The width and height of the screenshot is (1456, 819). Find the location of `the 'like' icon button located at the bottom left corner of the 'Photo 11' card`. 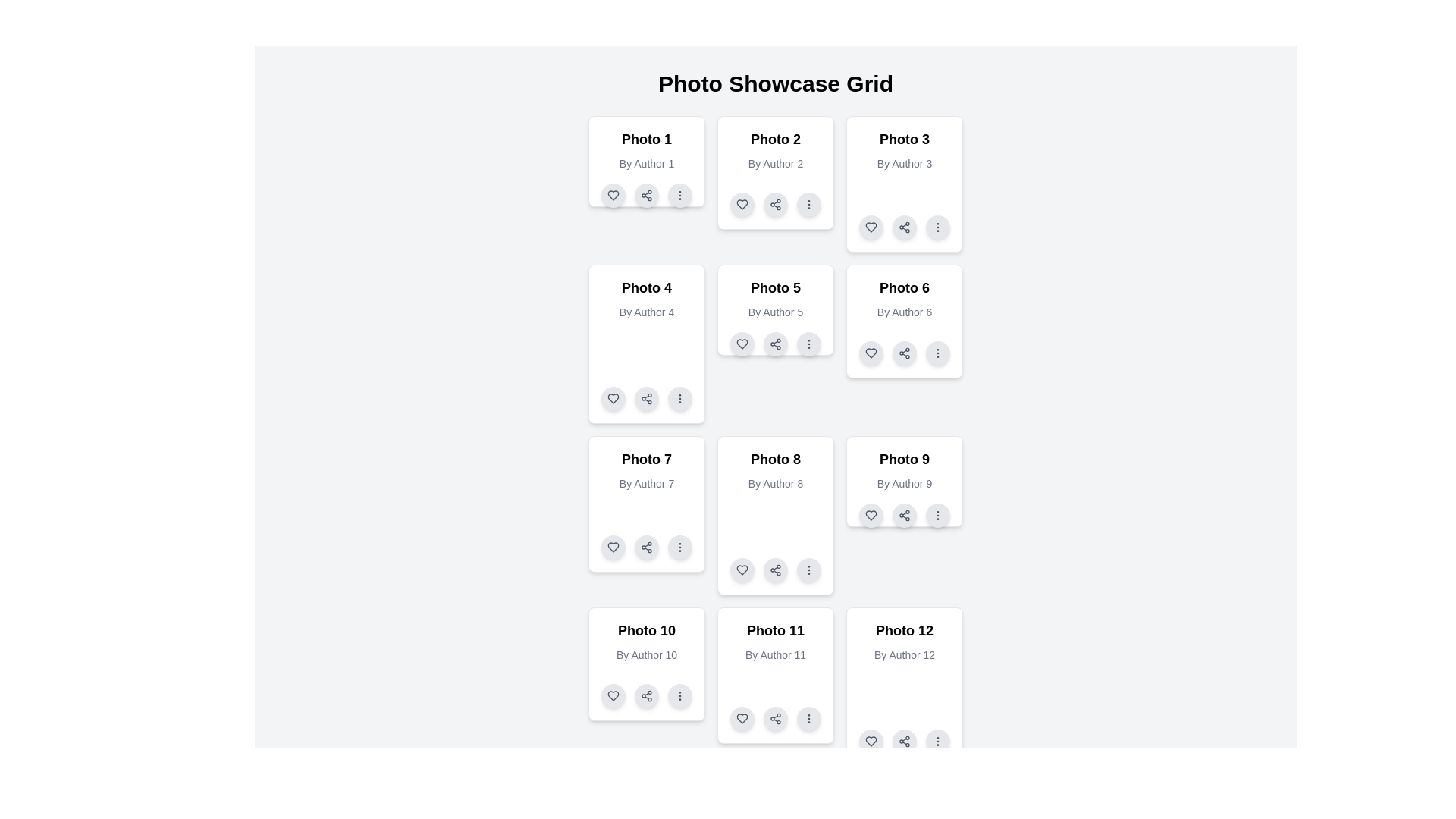

the 'like' icon button located at the bottom left corner of the 'Photo 11' card is located at coordinates (742, 718).